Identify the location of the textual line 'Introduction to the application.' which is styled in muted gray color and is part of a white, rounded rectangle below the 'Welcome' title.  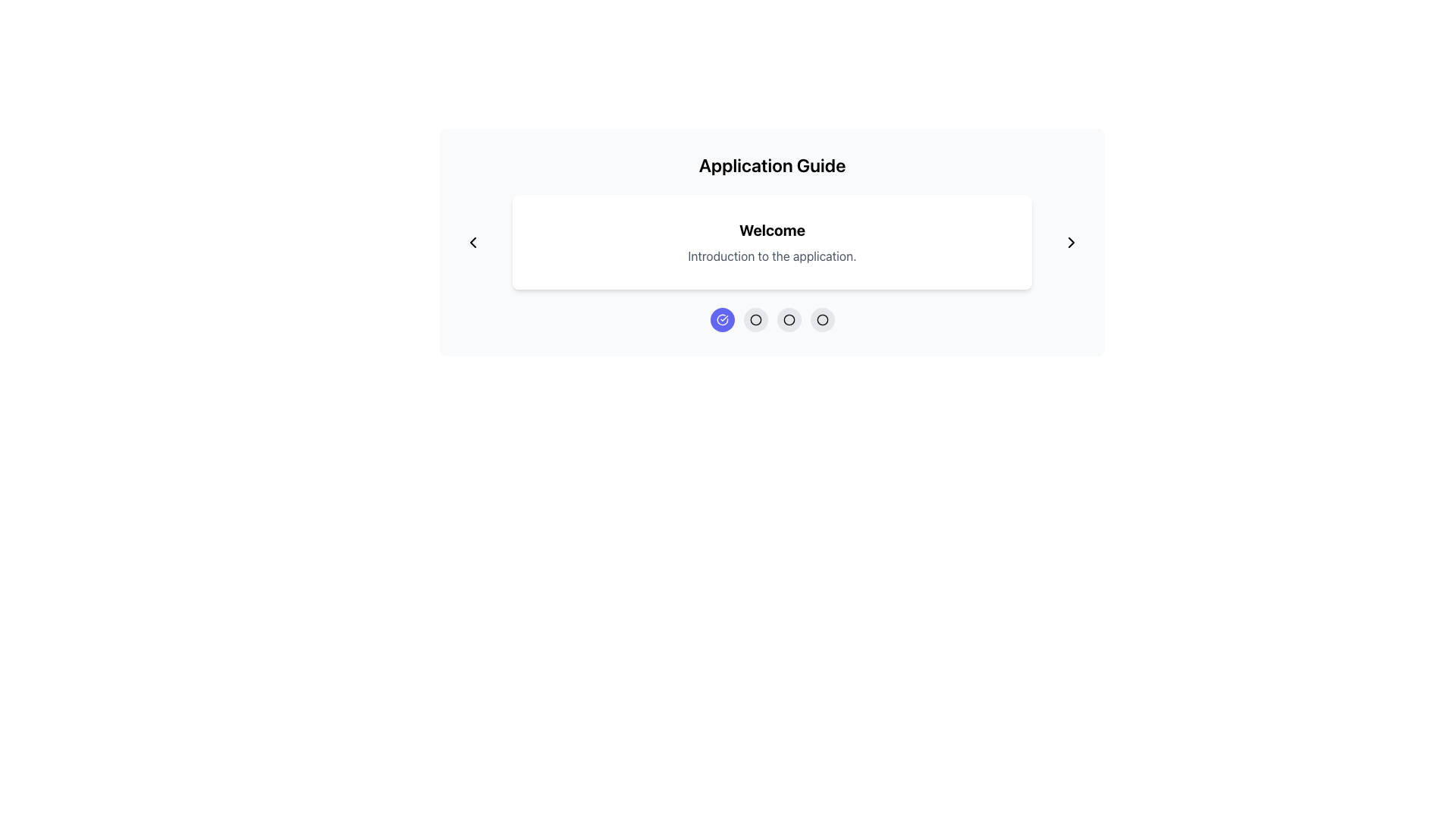
(772, 256).